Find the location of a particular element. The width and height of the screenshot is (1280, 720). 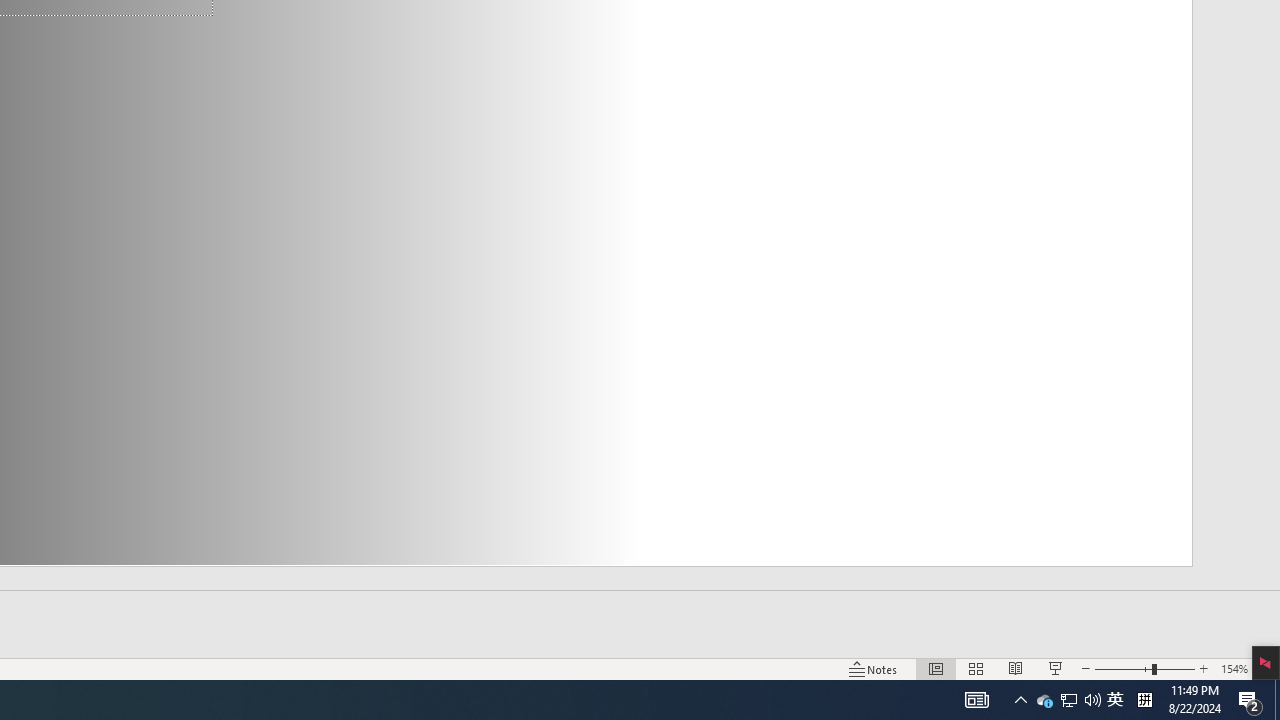

'Zoom 154%' is located at coordinates (1233, 669).